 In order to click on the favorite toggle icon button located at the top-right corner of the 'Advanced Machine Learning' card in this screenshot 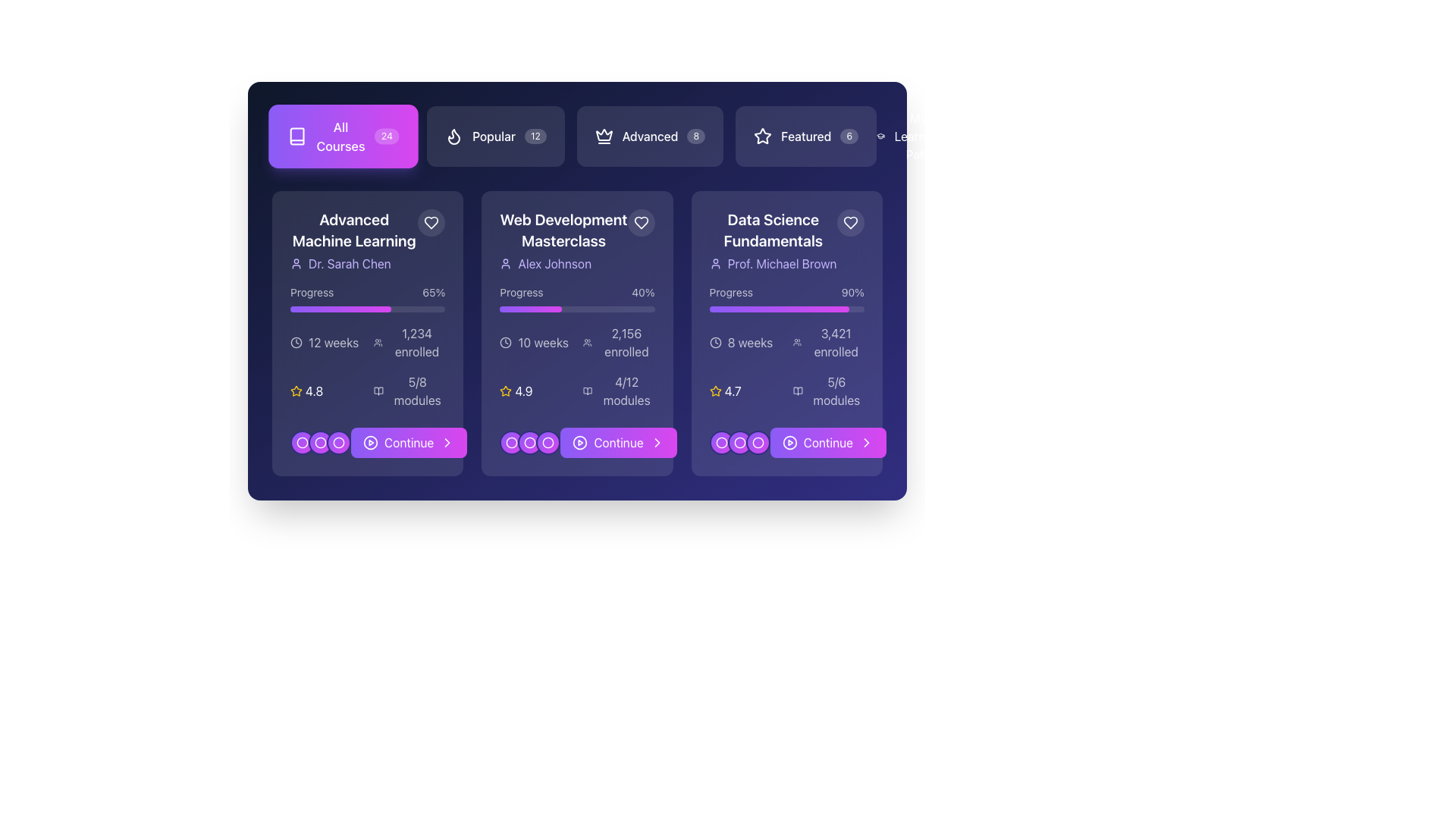, I will do `click(431, 222)`.